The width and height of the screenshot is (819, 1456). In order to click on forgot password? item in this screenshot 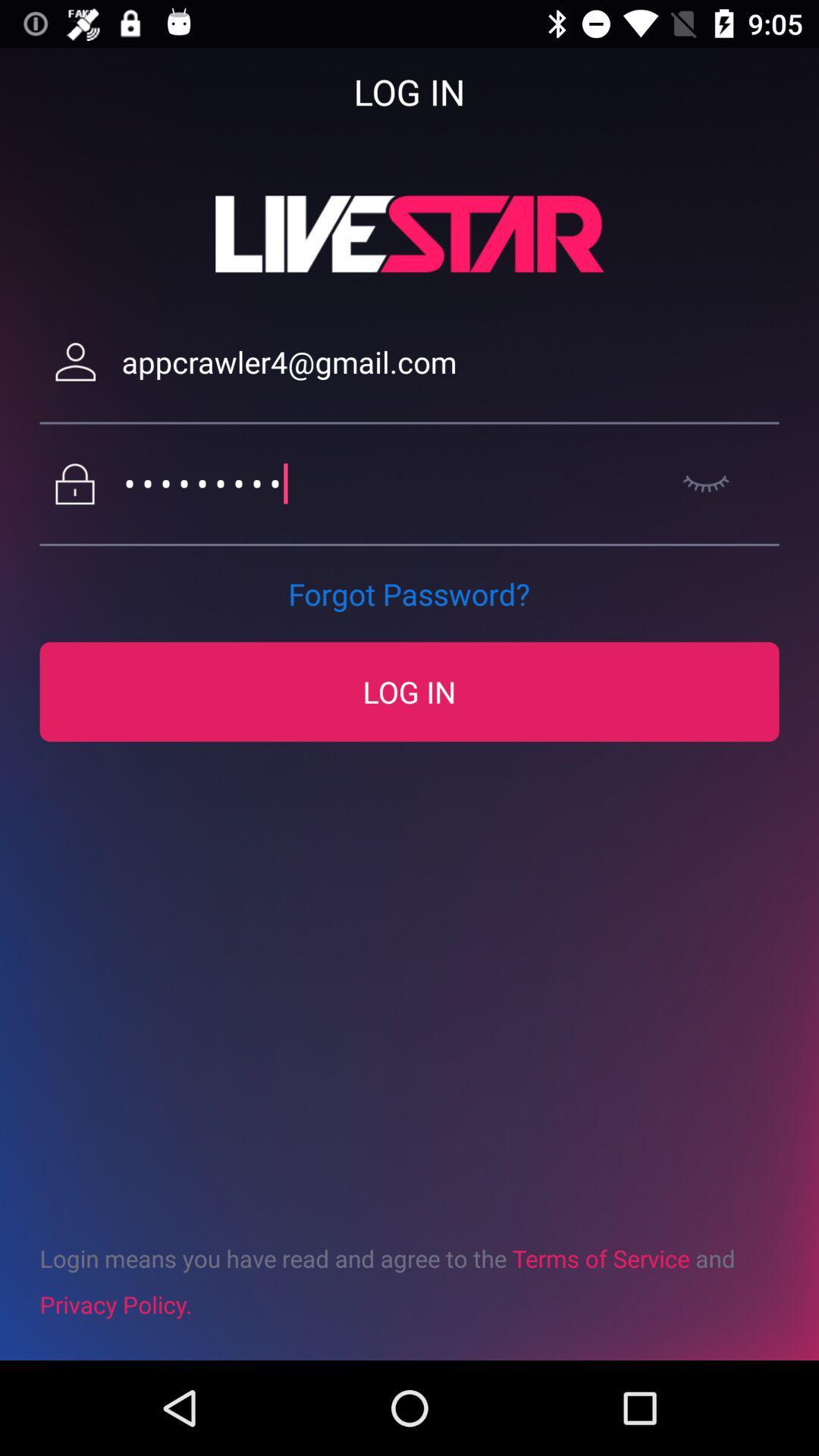, I will do `click(408, 593)`.